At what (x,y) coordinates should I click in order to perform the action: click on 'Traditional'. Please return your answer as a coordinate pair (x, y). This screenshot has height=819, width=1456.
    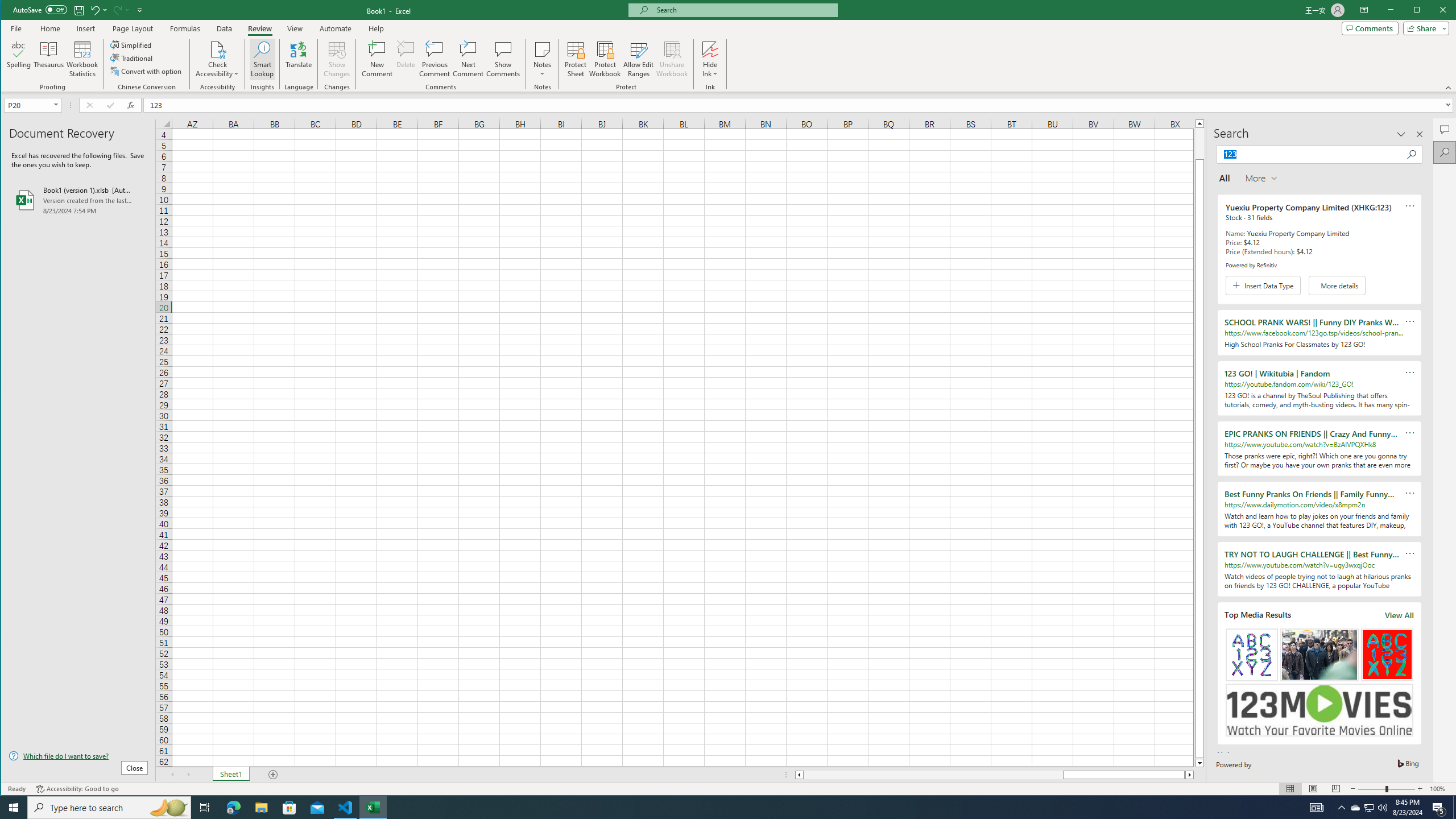
    Looking at the image, I should click on (132, 58).